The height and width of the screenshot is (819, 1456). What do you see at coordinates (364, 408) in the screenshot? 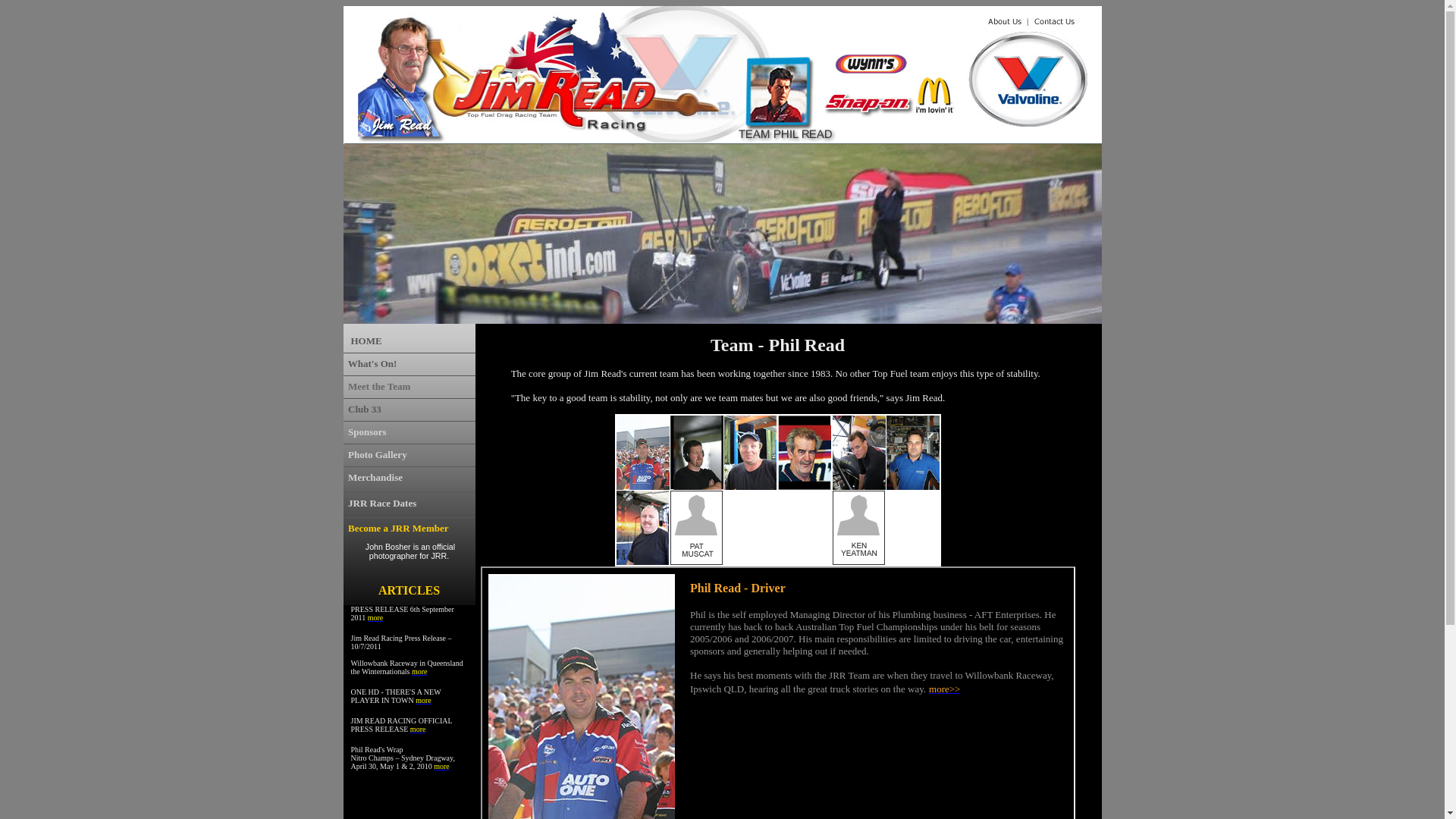
I see `'Club 33'` at bounding box center [364, 408].